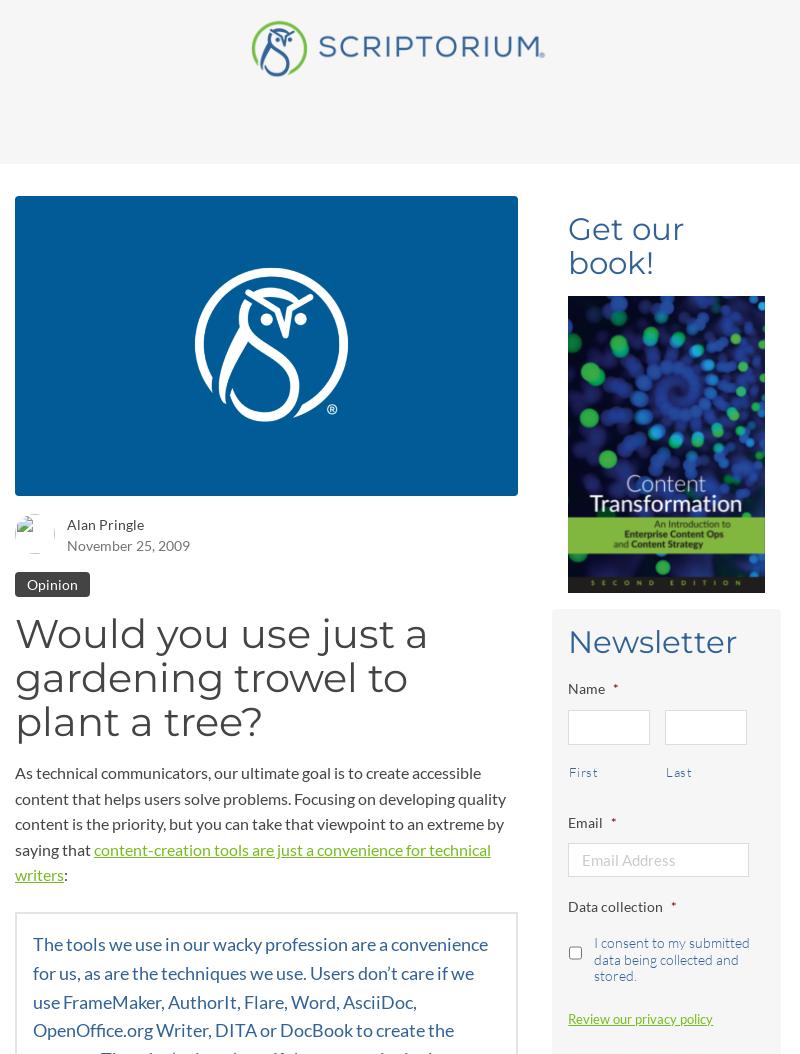  What do you see at coordinates (191, 34) in the screenshot?
I see `'Services'` at bounding box center [191, 34].